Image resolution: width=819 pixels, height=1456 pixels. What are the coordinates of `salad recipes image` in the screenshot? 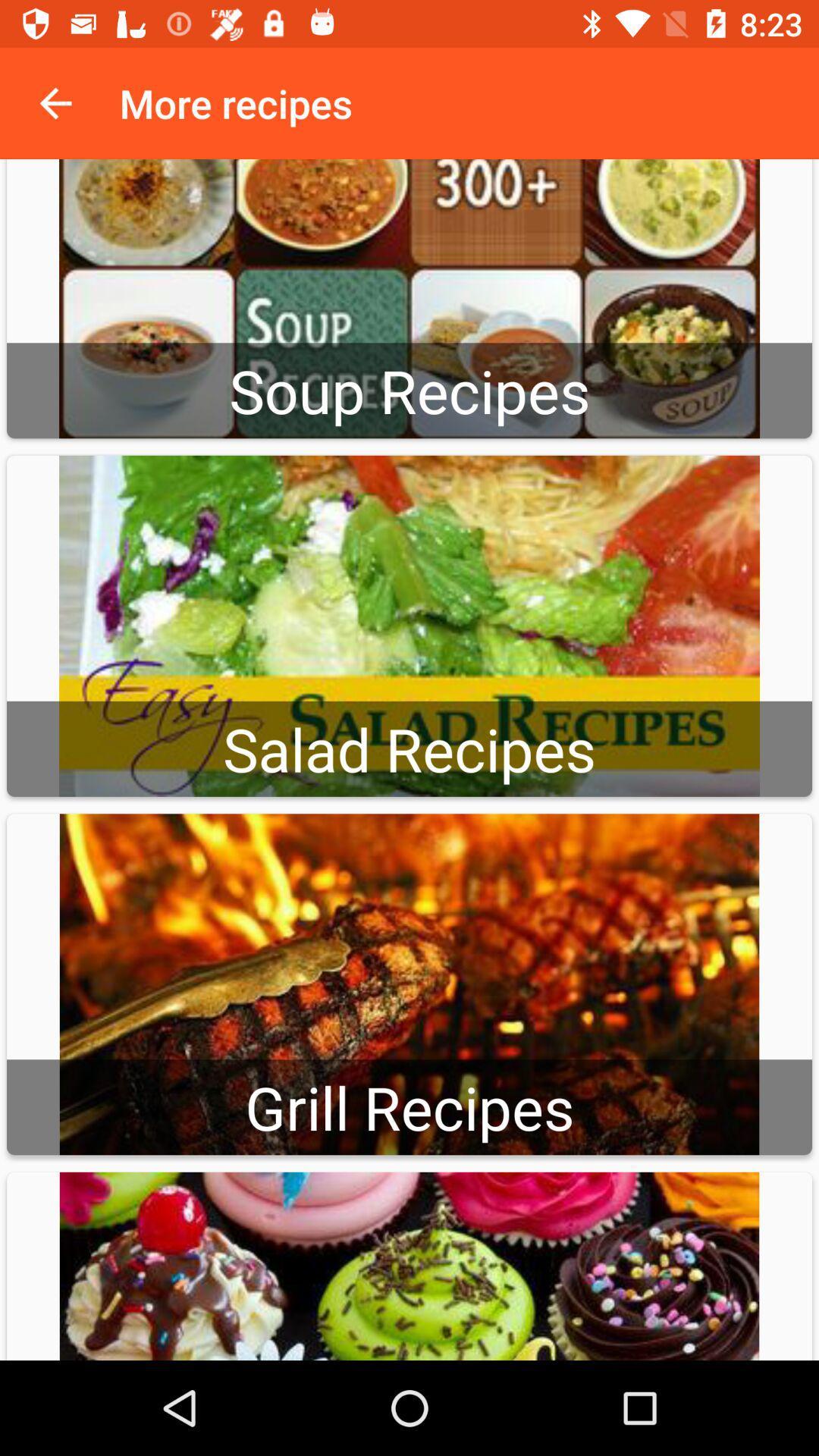 It's located at (409, 626).